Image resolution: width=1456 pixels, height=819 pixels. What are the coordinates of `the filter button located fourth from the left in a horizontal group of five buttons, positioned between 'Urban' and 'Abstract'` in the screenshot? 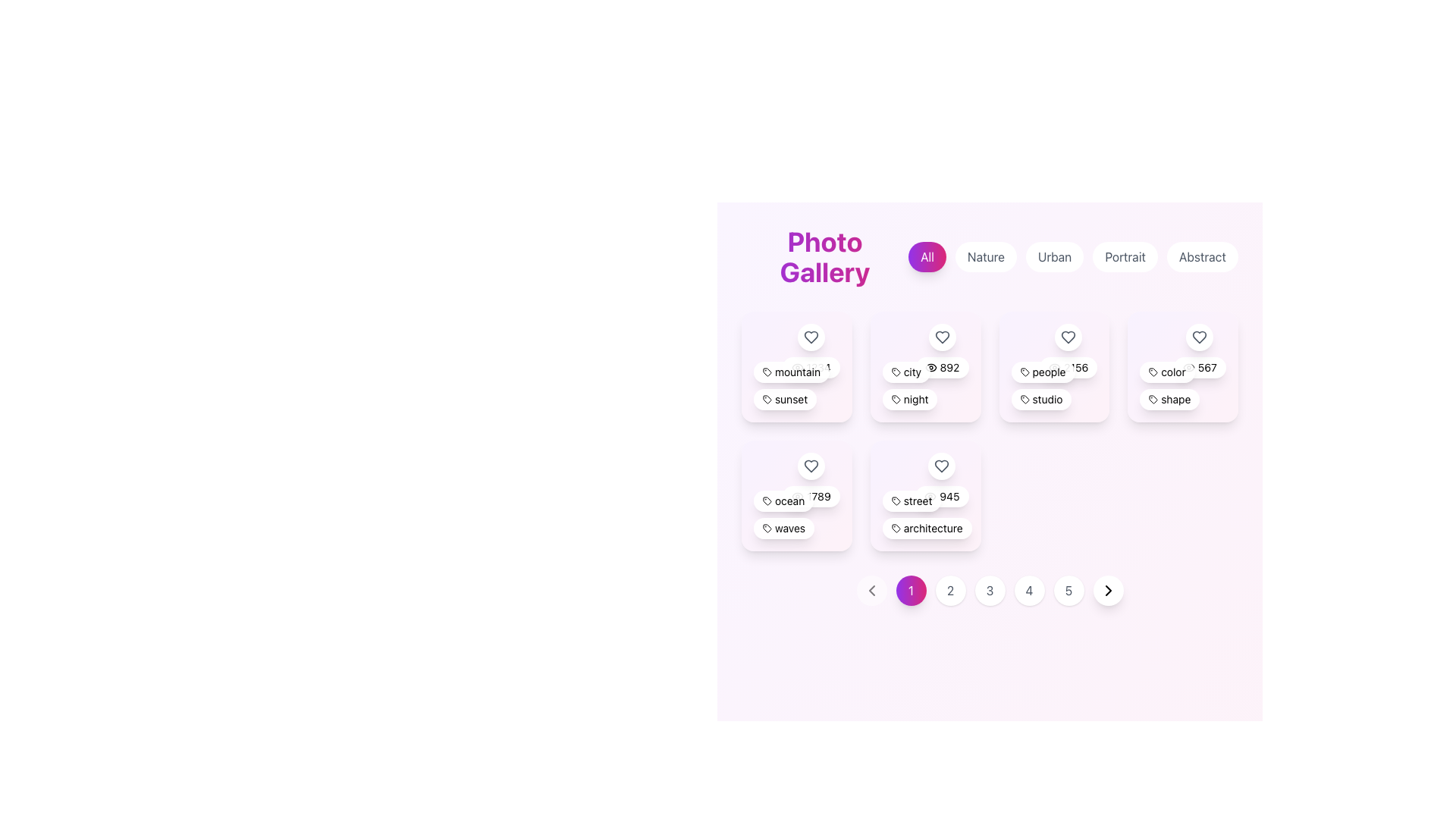 It's located at (1125, 256).